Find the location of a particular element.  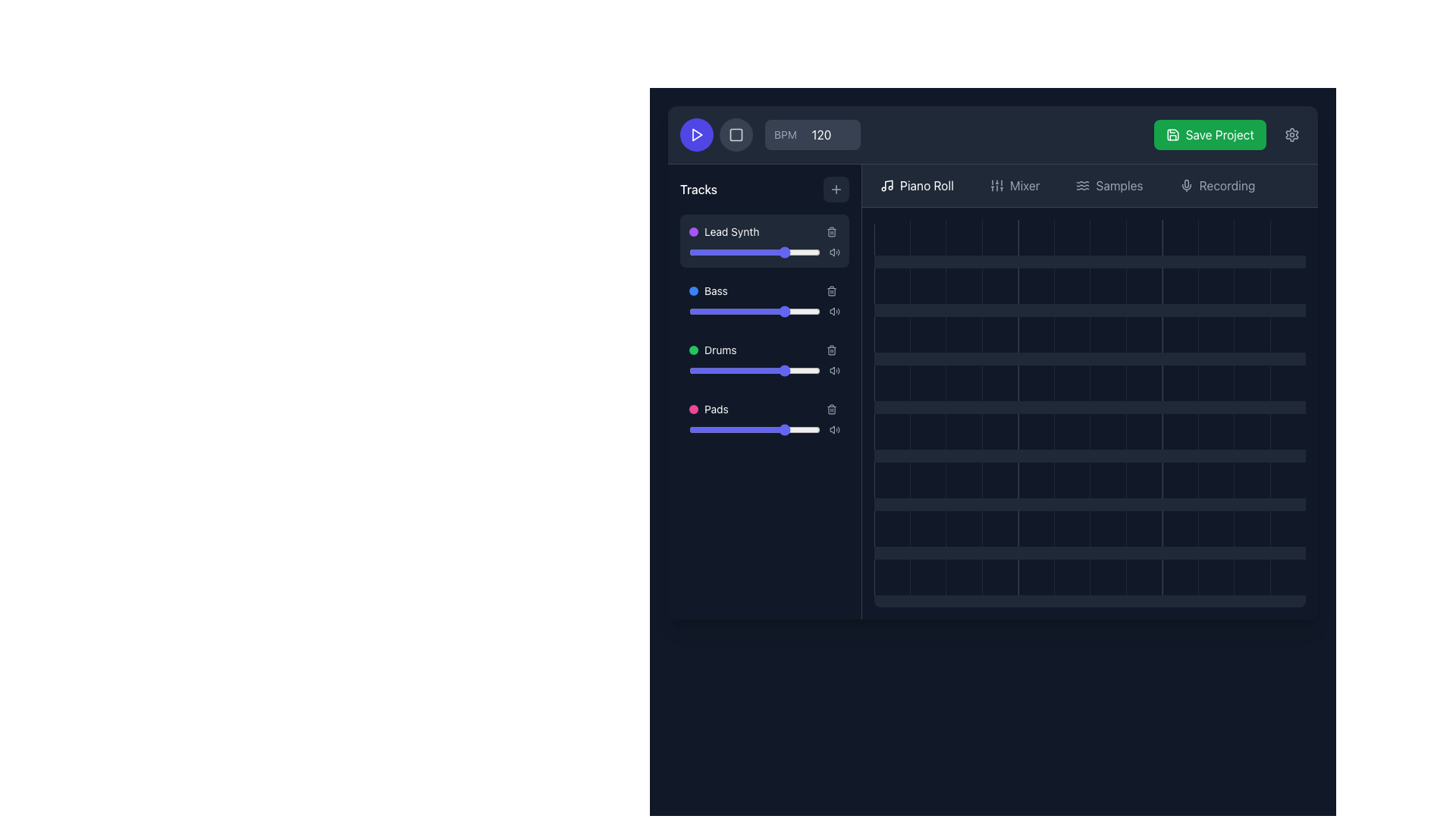

the slider value is located at coordinates (762, 311).